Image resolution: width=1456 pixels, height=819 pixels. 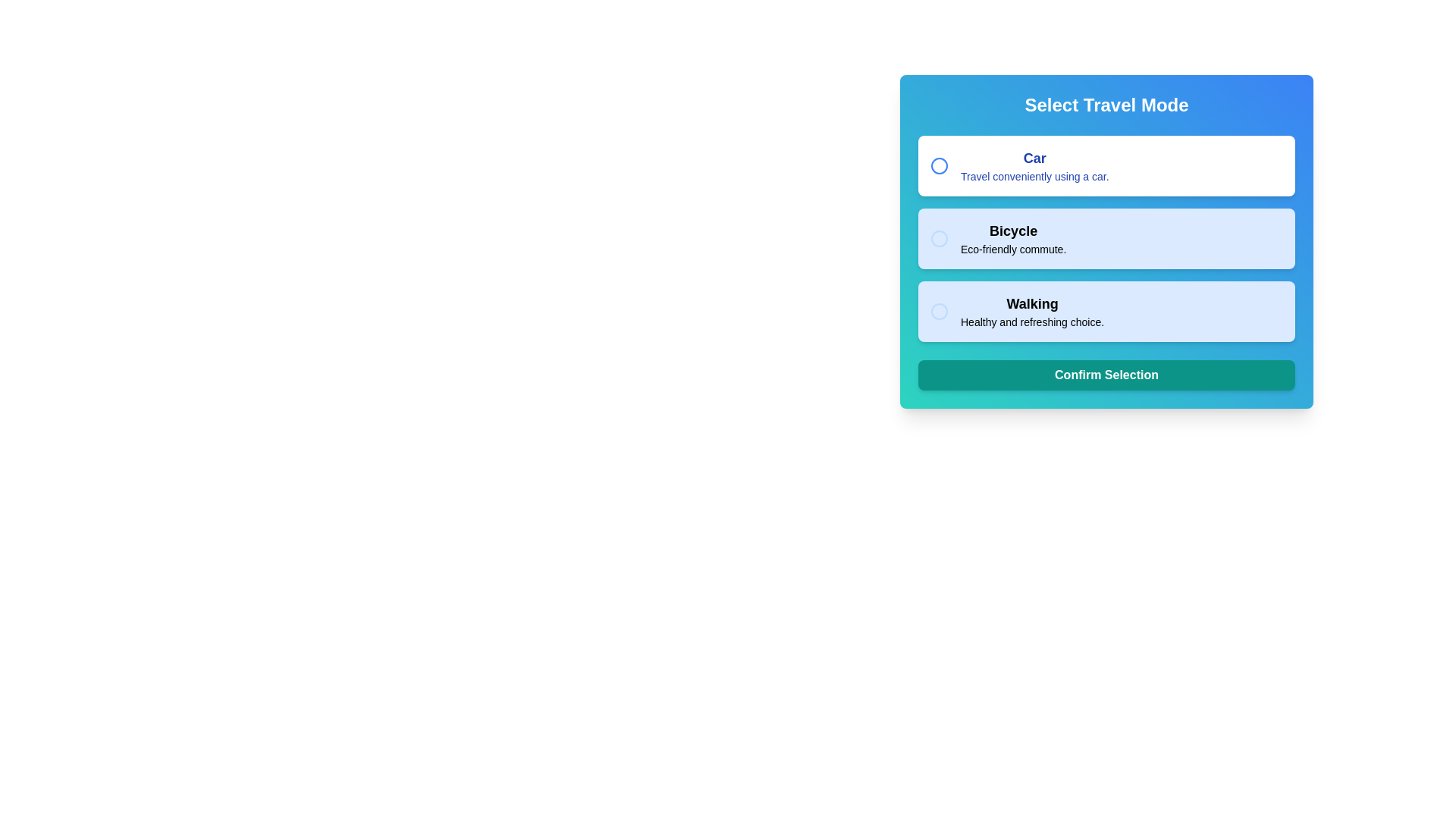 What do you see at coordinates (1013, 248) in the screenshot?
I see `the secondary descriptor text label for the 'Bicycle' option, which provides additional context about this choice and is centrally aligned below the primary label 'Bicycle'` at bounding box center [1013, 248].